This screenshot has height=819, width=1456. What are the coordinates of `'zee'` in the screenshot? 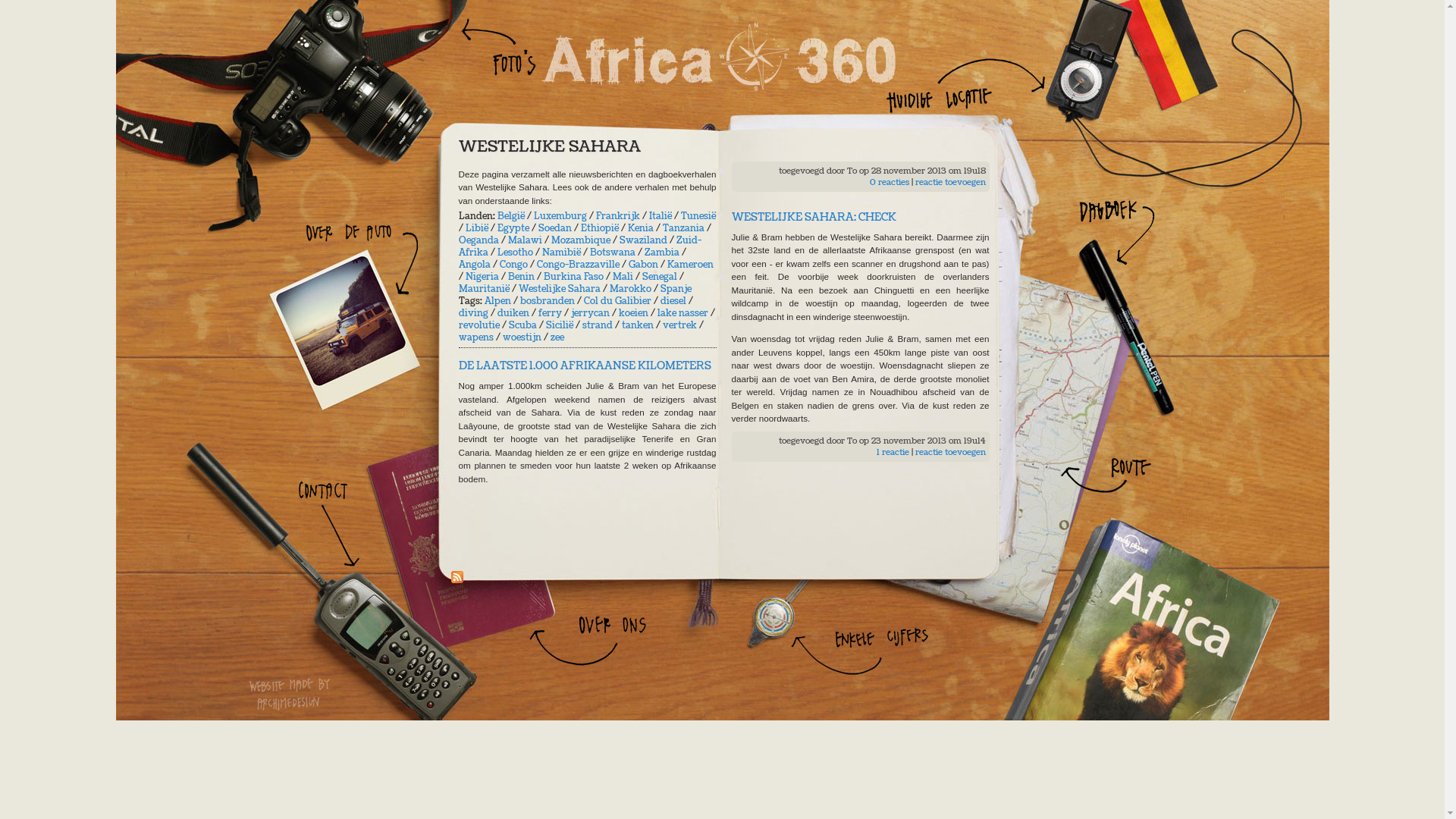 It's located at (556, 336).